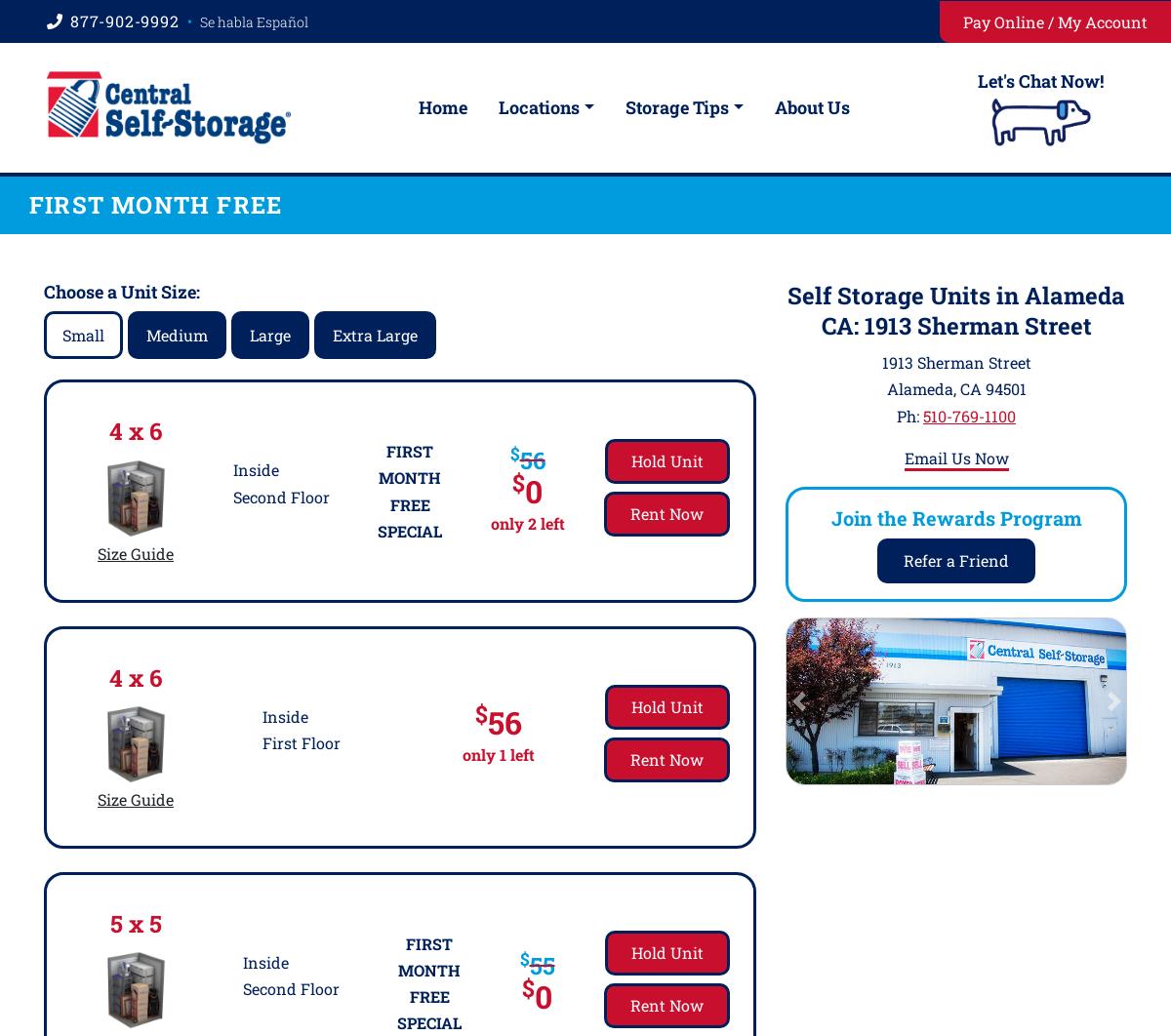 This screenshot has height=1036, width=1171. What do you see at coordinates (880, 361) in the screenshot?
I see `'1913 Sherman Street'` at bounding box center [880, 361].